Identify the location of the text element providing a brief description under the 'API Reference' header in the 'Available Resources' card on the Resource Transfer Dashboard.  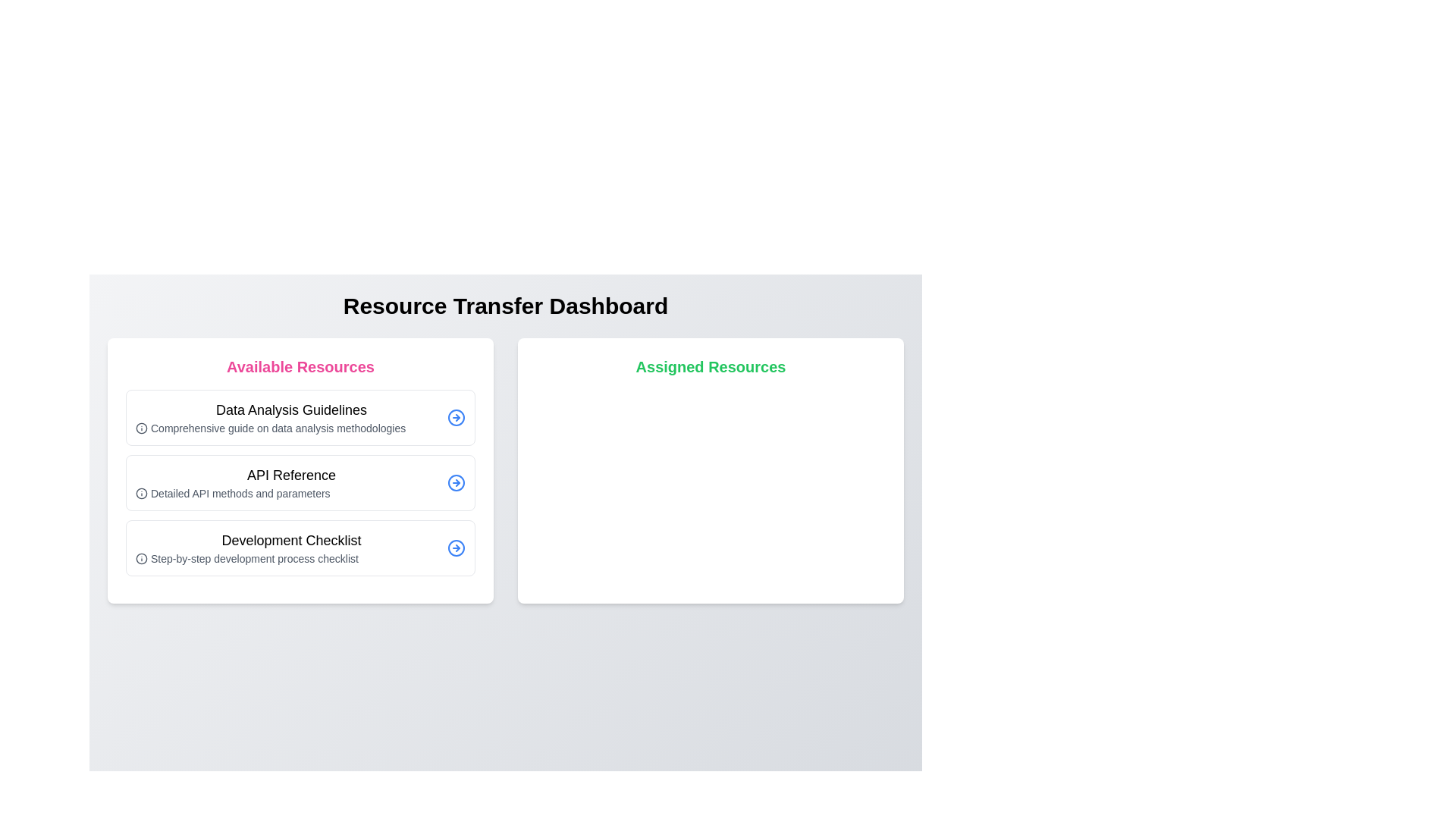
(291, 494).